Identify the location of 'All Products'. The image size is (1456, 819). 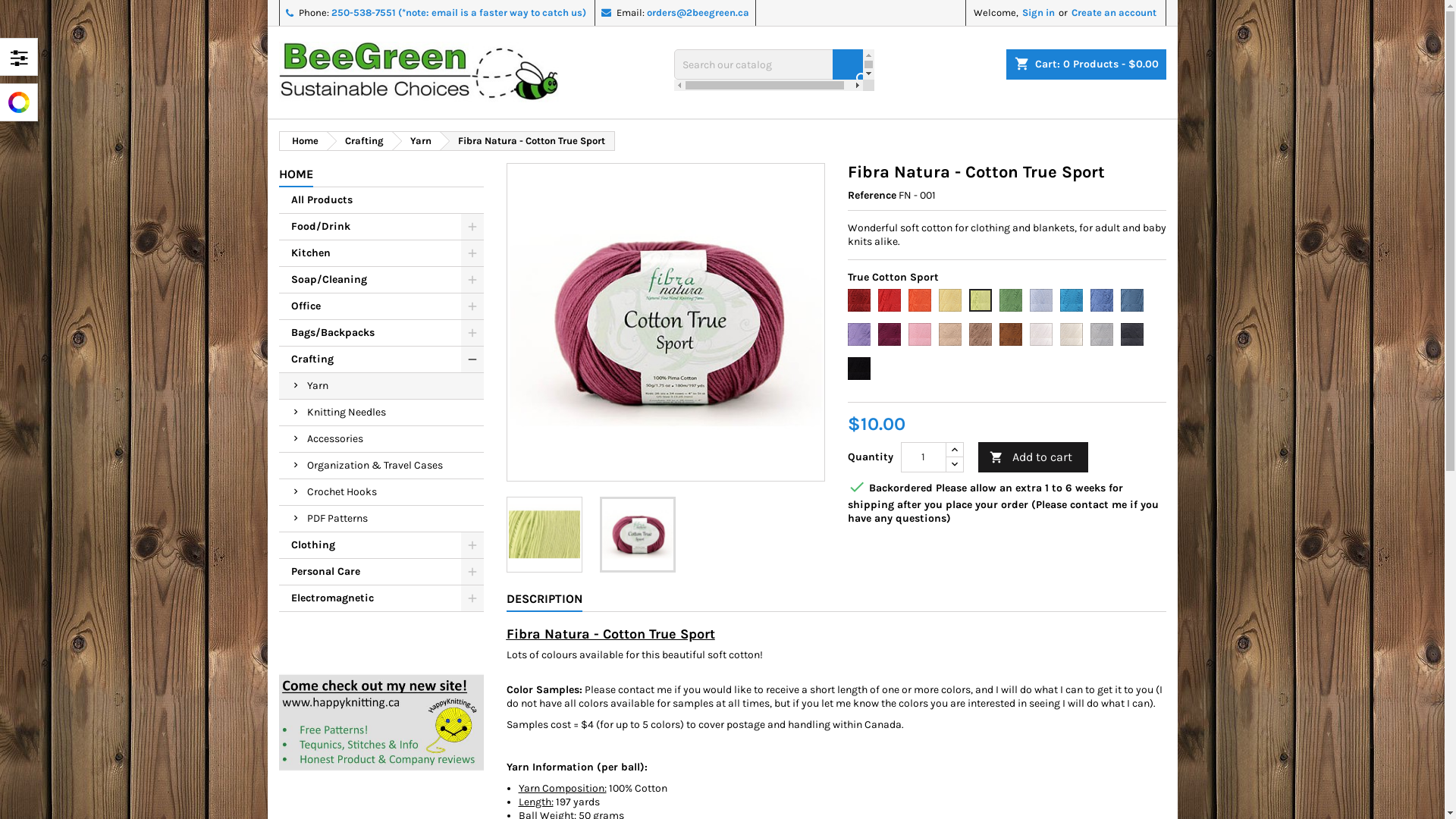
(381, 199).